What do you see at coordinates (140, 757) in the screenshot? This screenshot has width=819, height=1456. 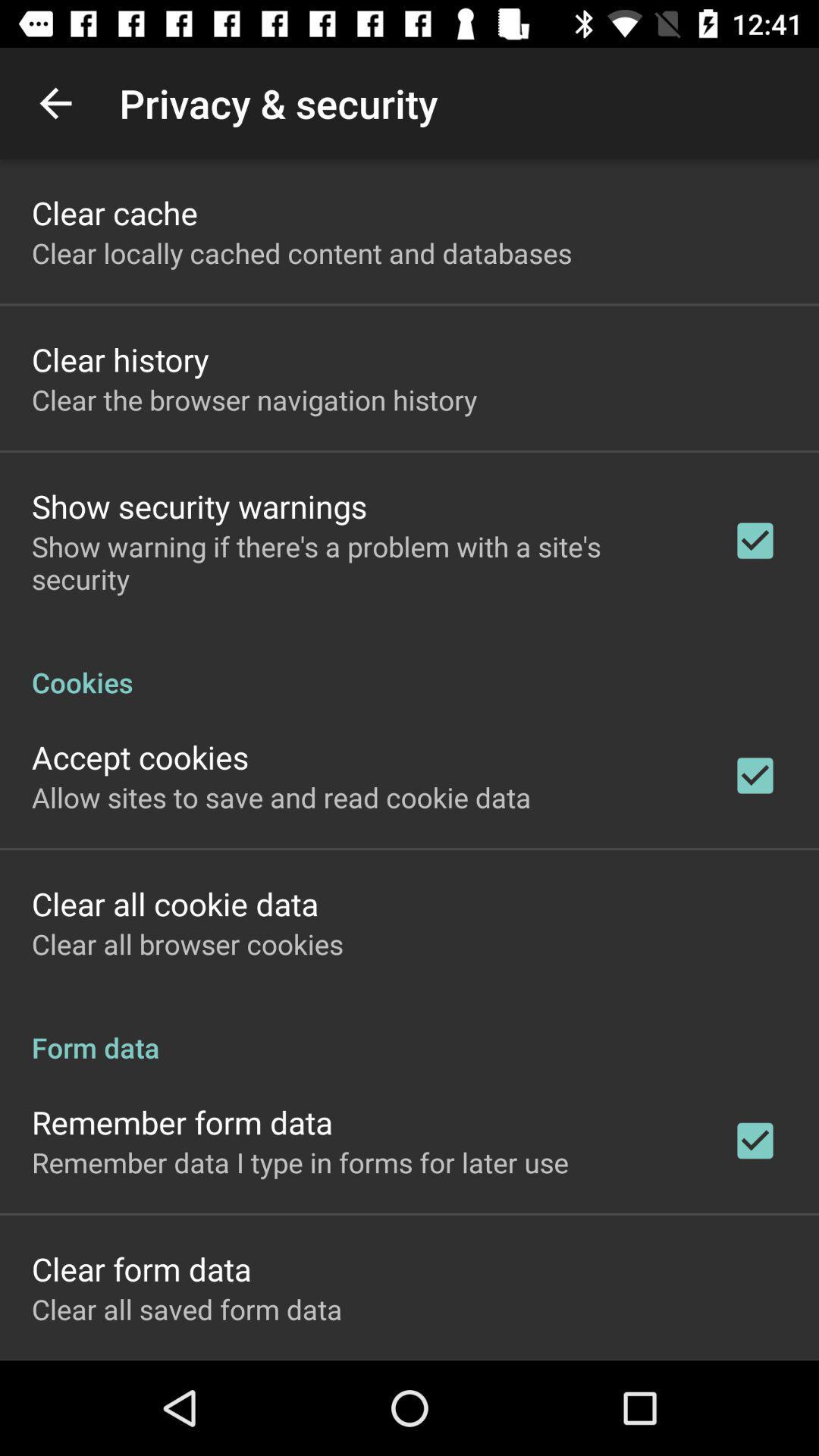 I see `the icon above allow sites to` at bounding box center [140, 757].